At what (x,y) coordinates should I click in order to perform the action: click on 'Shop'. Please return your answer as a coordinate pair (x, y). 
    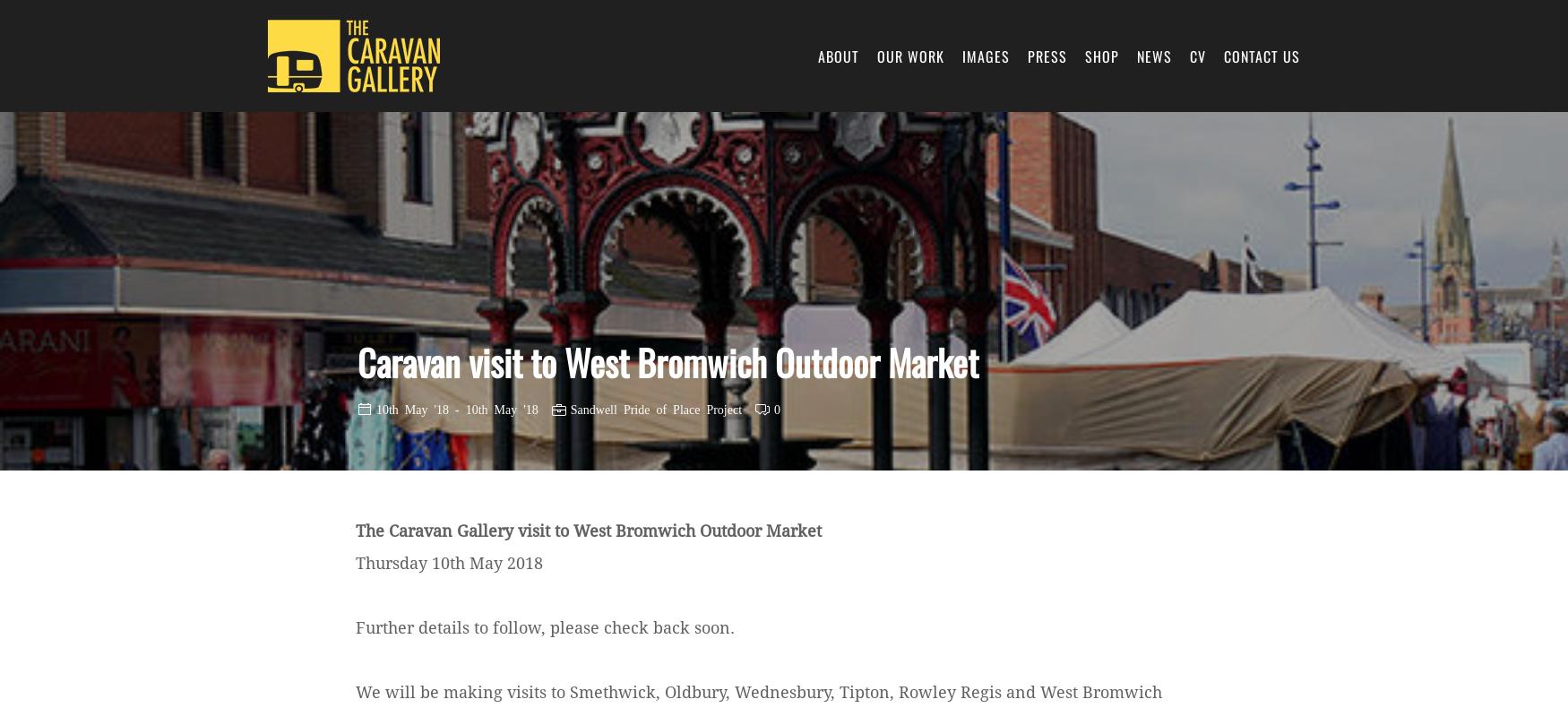
    Looking at the image, I should click on (1102, 55).